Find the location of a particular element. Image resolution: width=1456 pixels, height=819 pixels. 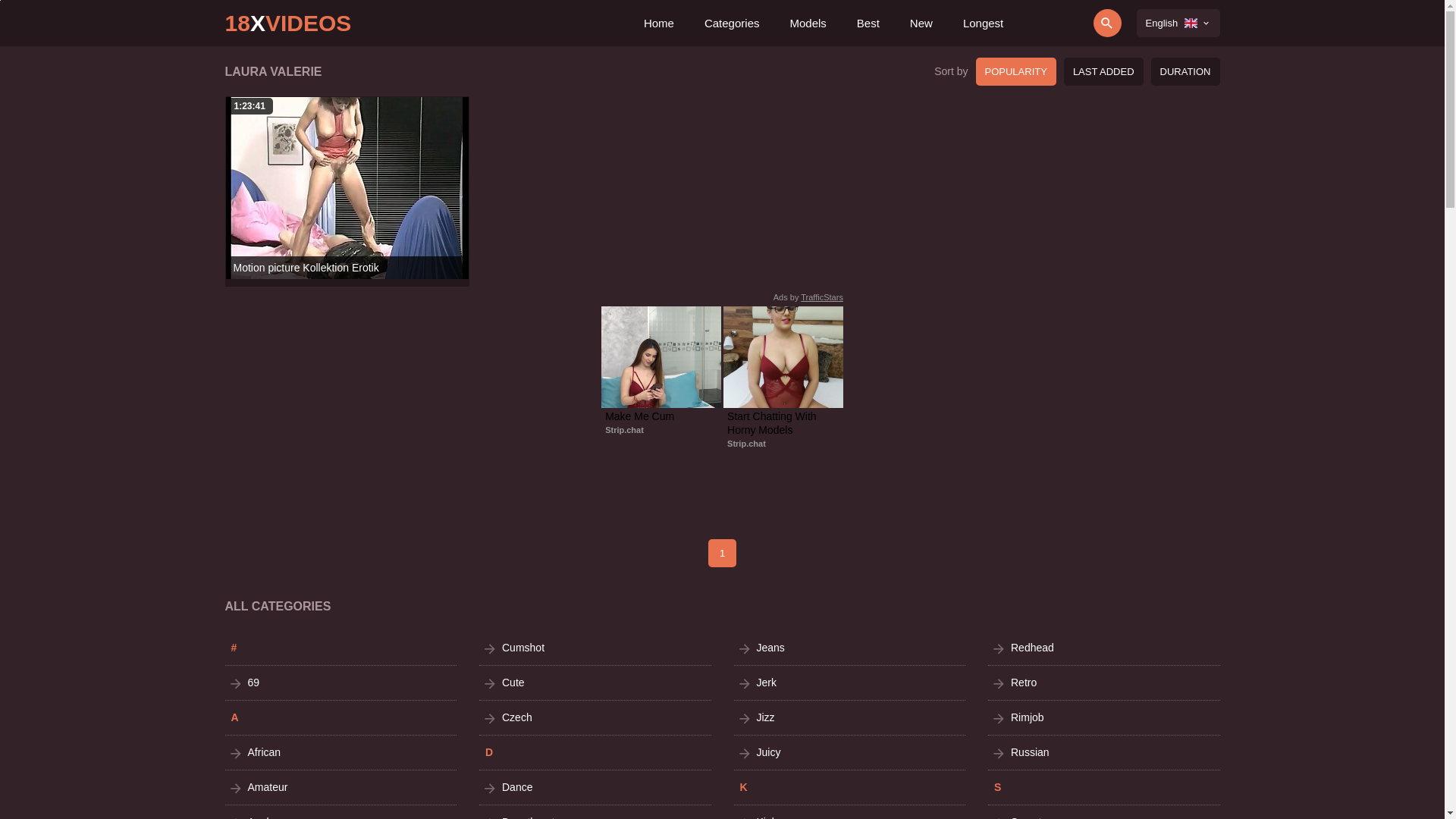

'POPULARITY' is located at coordinates (1015, 71).